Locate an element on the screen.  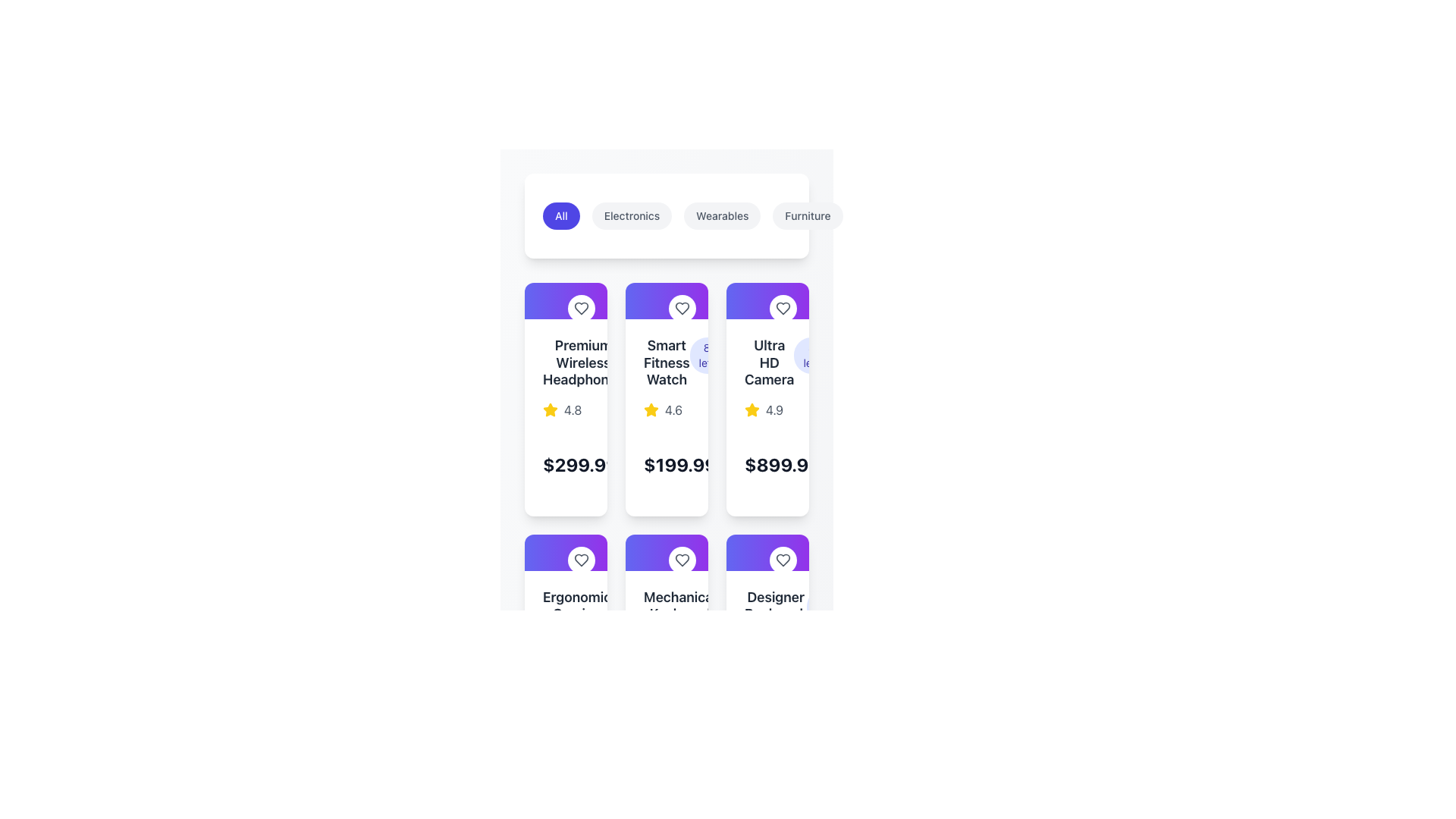
the heart-shaped 'like' button located at the top-right corner of the 'Premium Wireless Headphone' card to favorite the item is located at coordinates (581, 308).